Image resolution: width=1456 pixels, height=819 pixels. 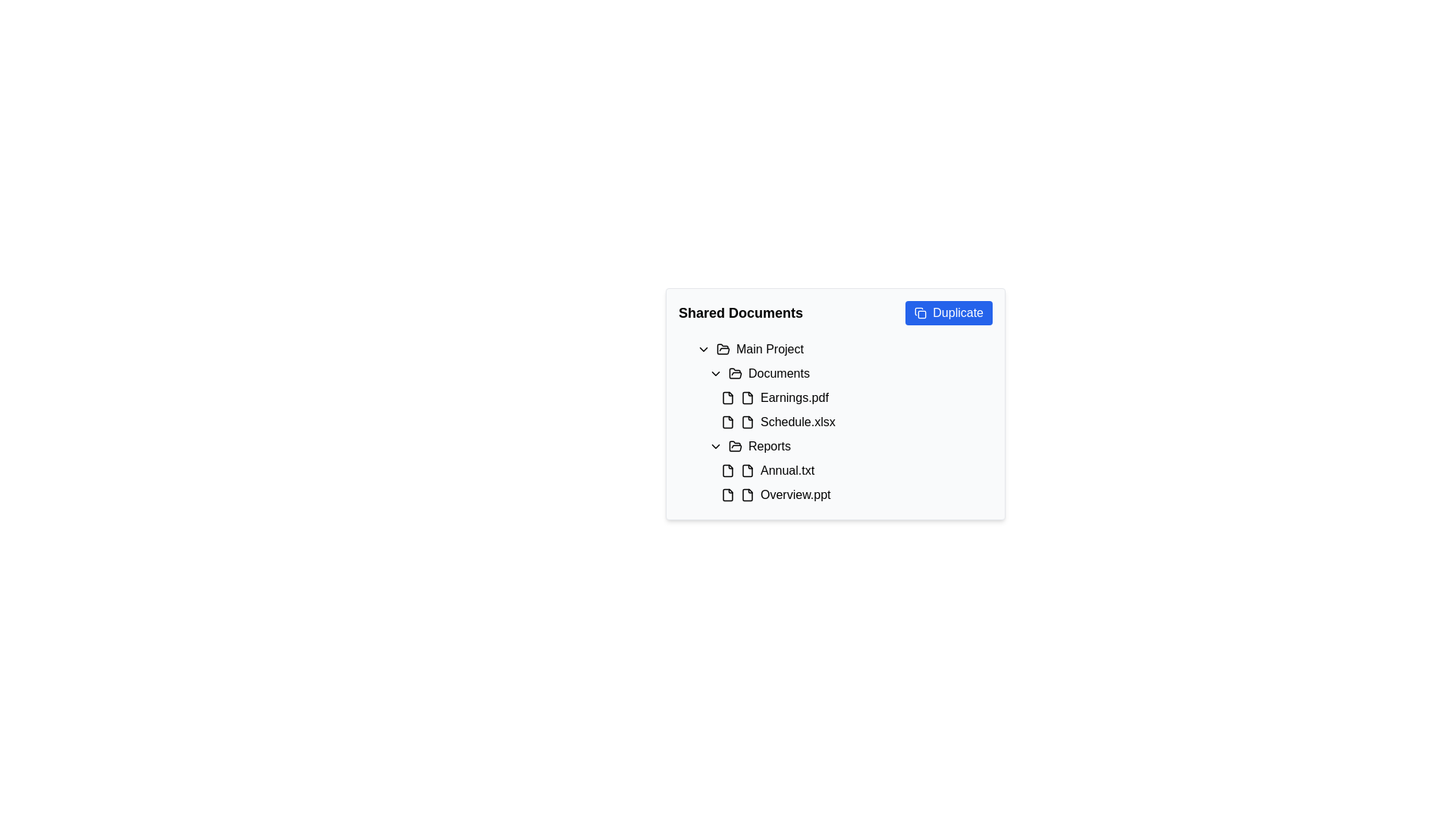 I want to click on the icon representing the file 'Annual.txt' located, so click(x=747, y=470).